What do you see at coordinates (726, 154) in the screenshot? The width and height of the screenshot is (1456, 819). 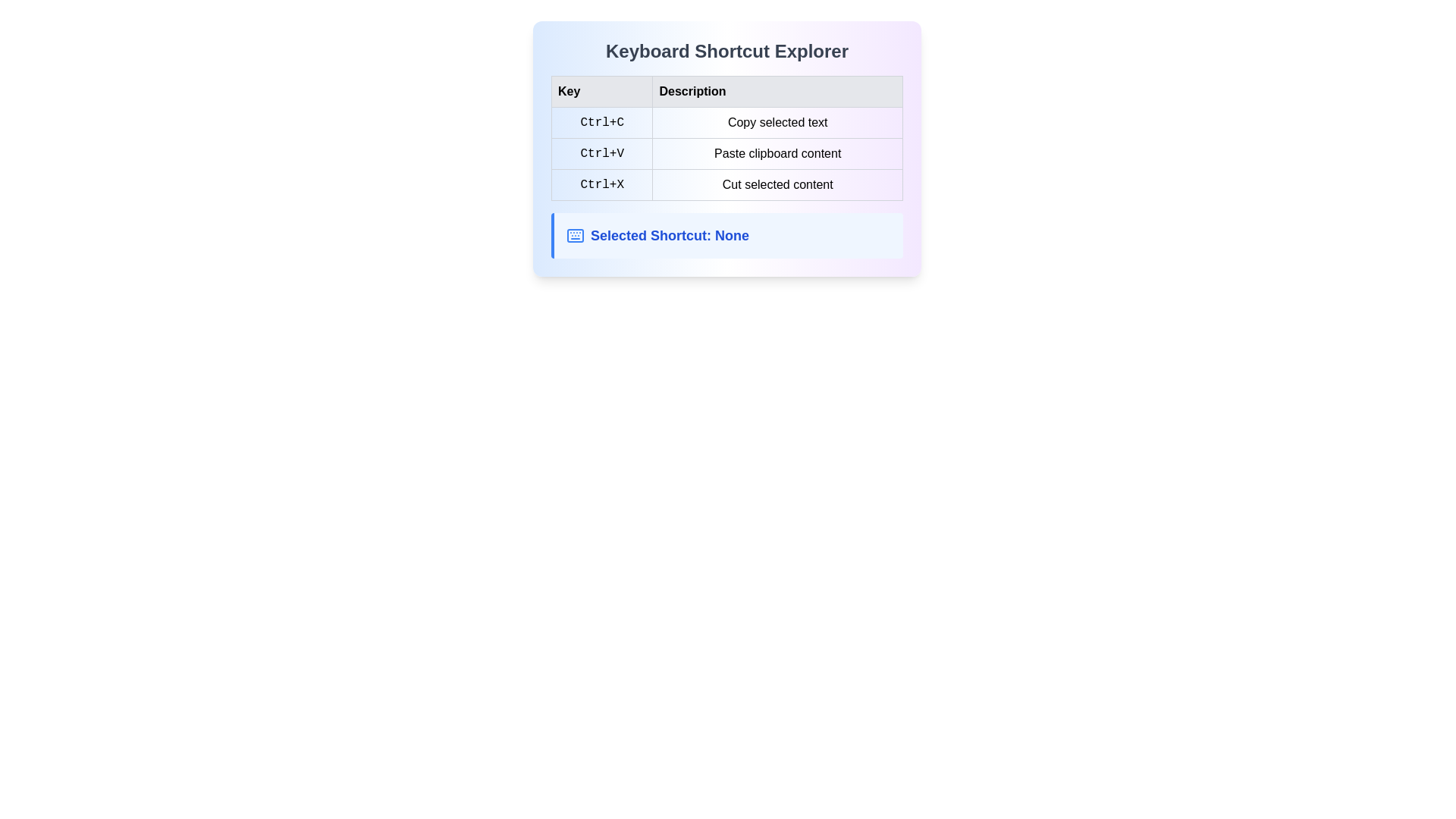 I see `the second row in the table that contains 'Ctrl+V' and 'Paste clipboard content', which is styled with borders and is positioned in the center of the interface` at bounding box center [726, 154].